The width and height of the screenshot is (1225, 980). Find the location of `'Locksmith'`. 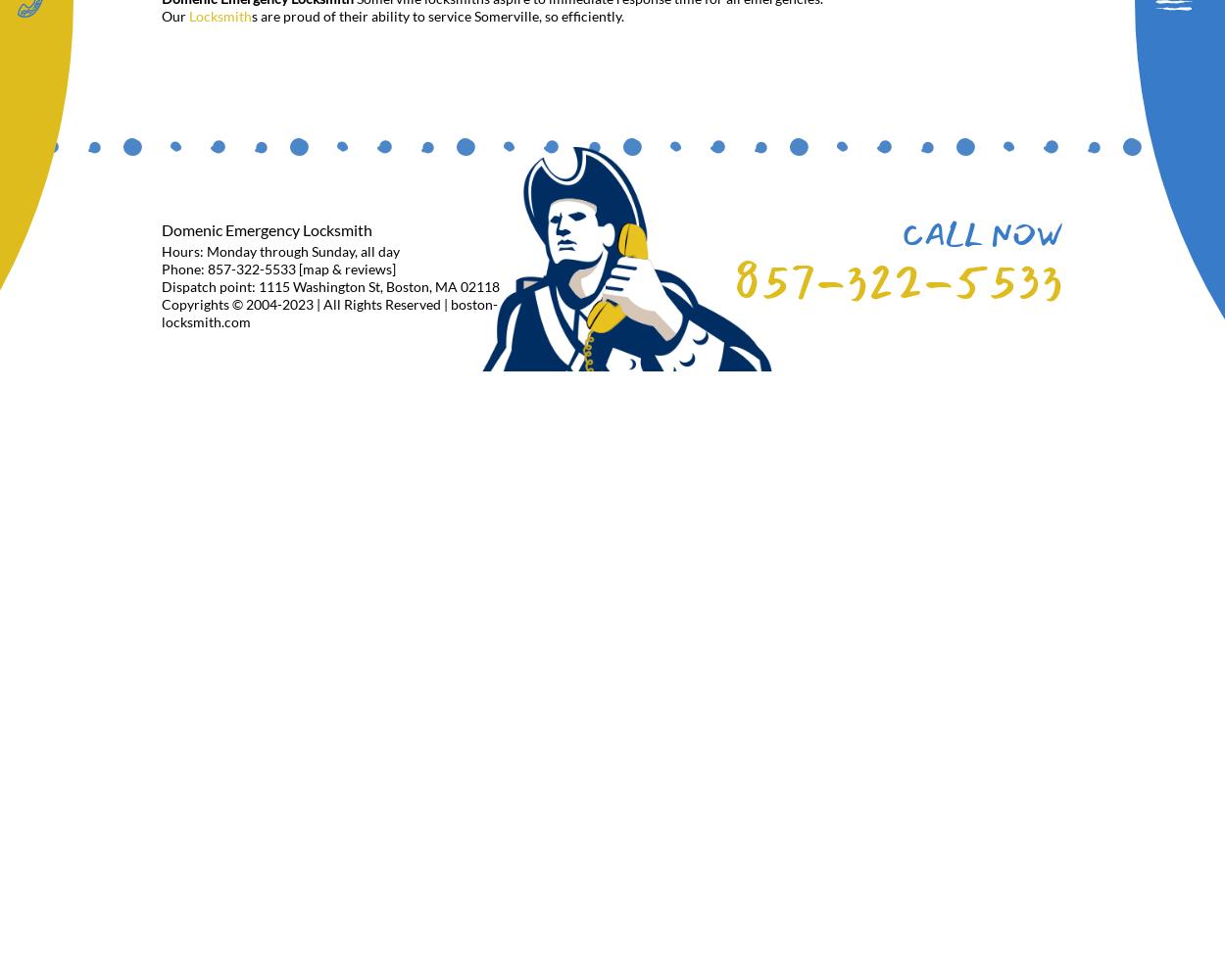

'Locksmith' is located at coordinates (220, 15).